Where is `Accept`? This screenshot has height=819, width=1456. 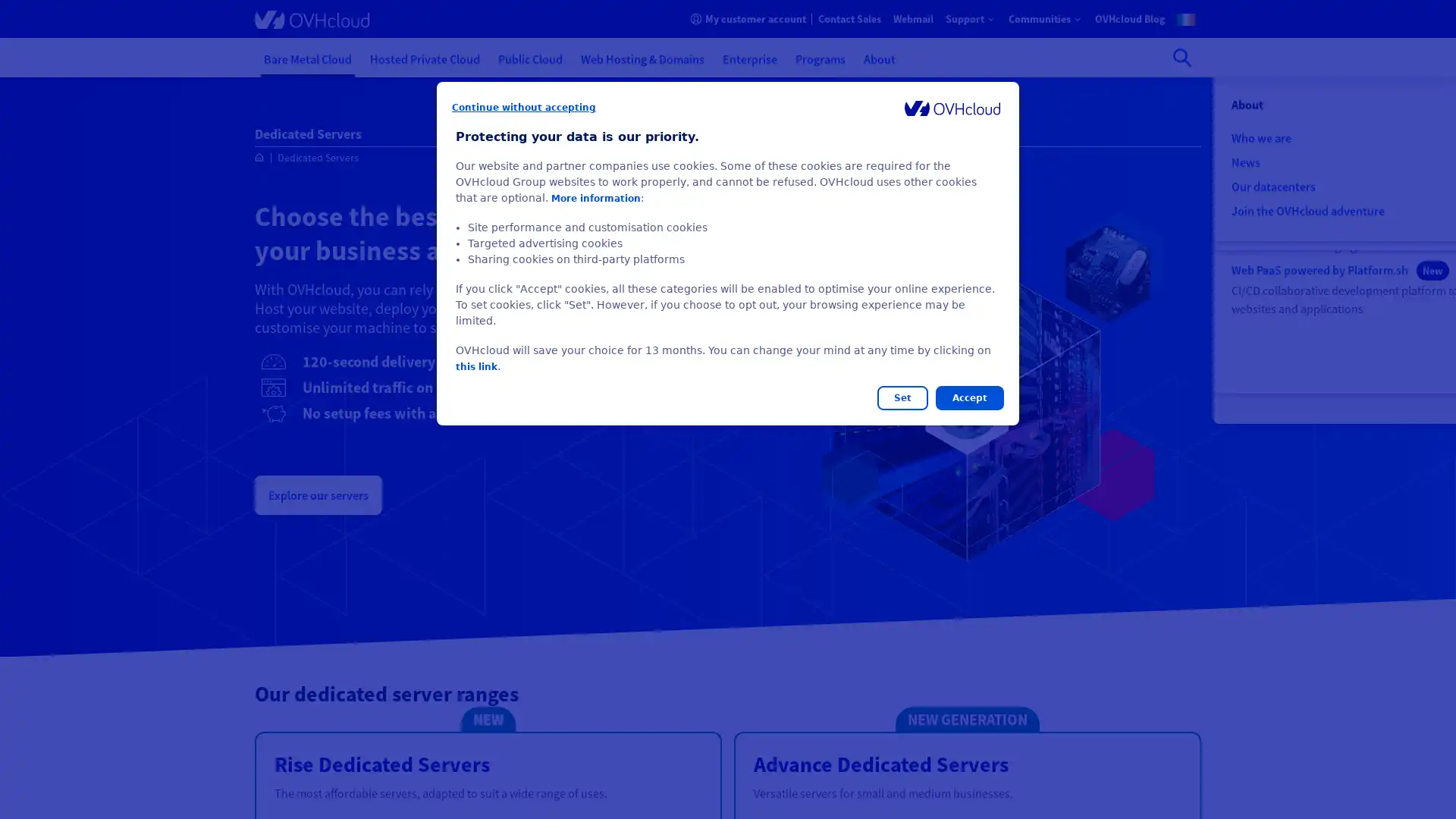
Accept is located at coordinates (968, 397).